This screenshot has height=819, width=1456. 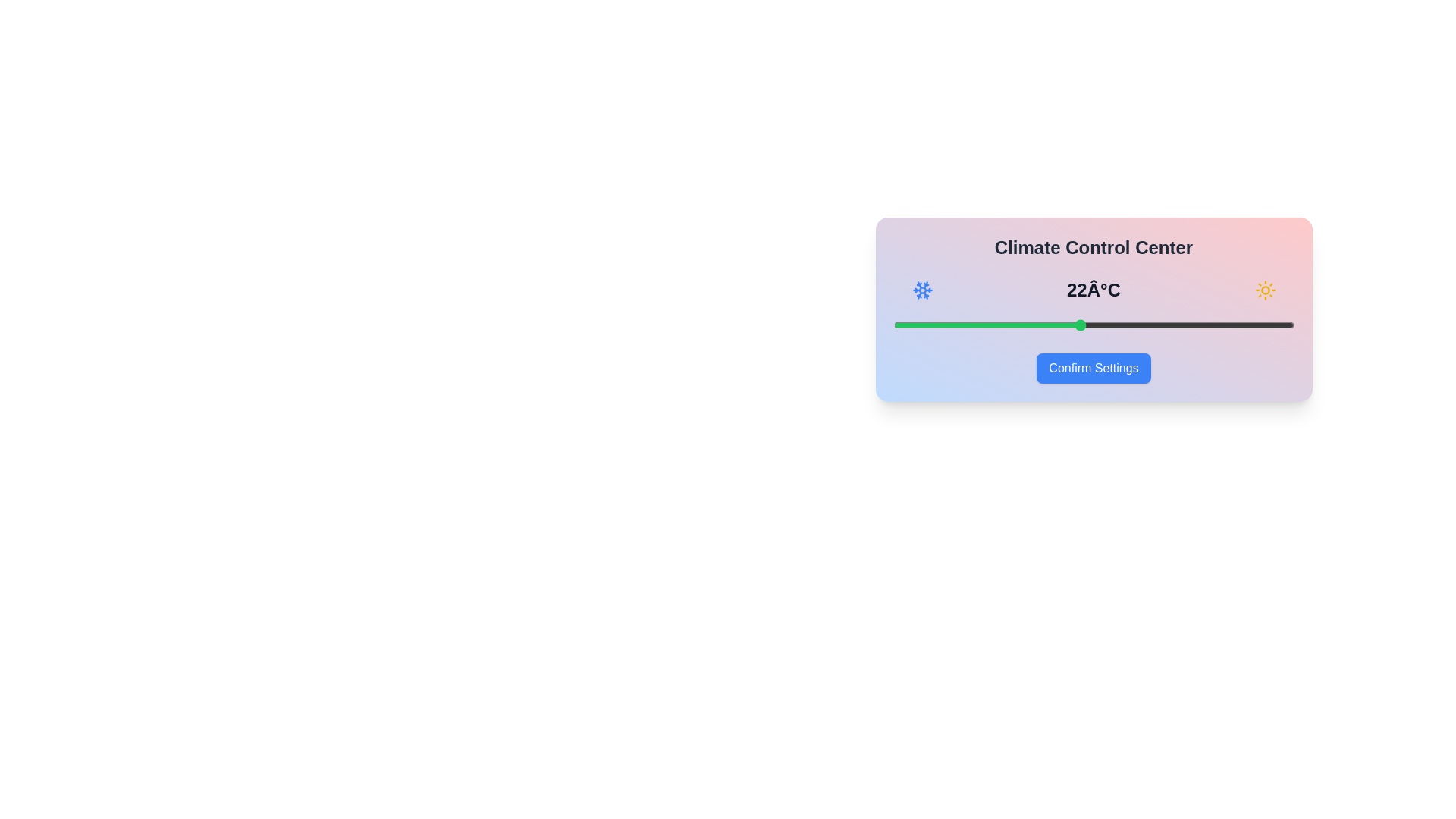 What do you see at coordinates (1093, 369) in the screenshot?
I see `the 'Confirm Settings' button to confirm the current settings` at bounding box center [1093, 369].